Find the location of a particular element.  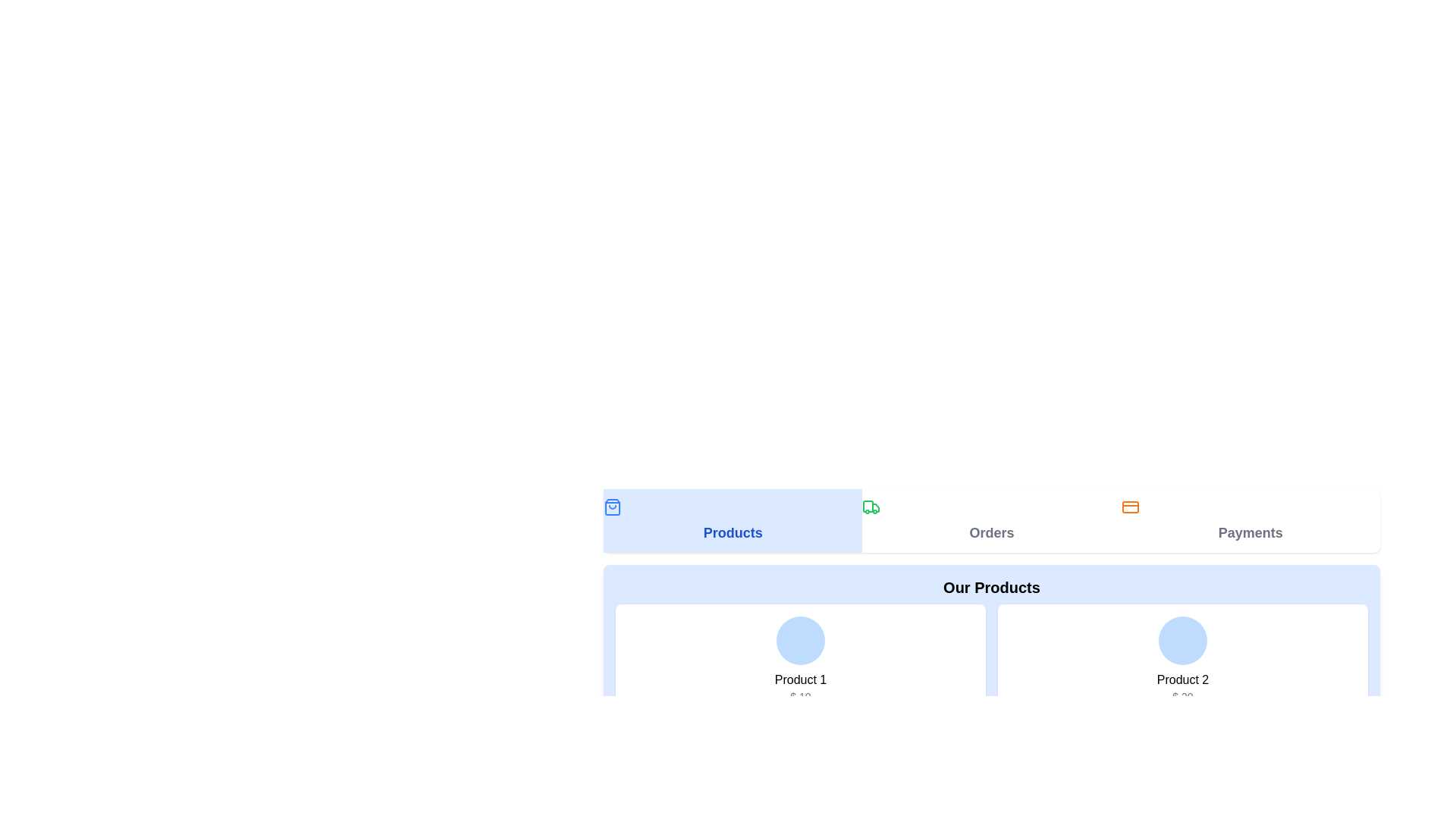

the decorative circular area with a light blue background, which is positioned at the top center of a white card, above 'Product 2' and '$20' is located at coordinates (1182, 640).